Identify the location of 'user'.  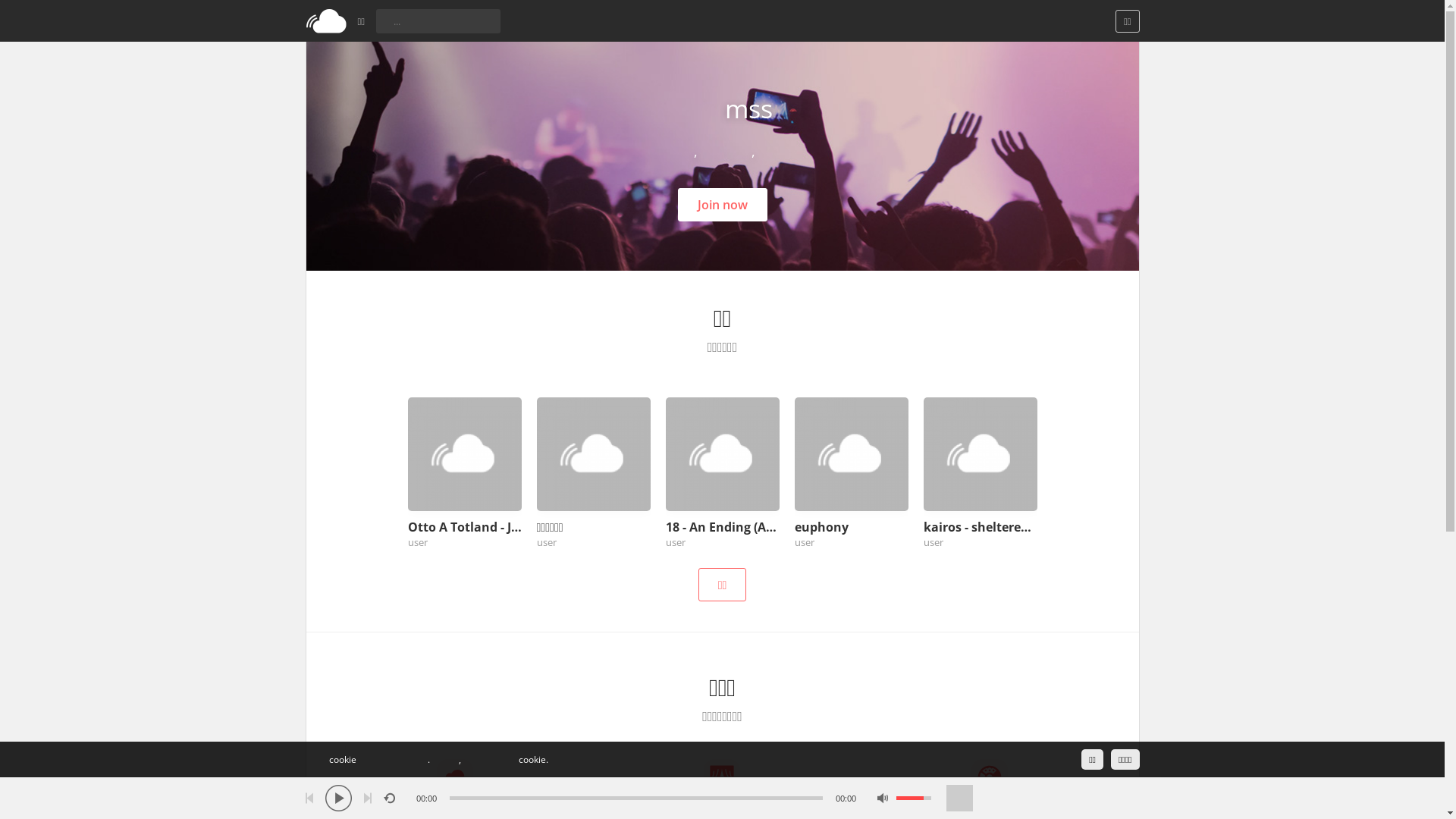
(803, 541).